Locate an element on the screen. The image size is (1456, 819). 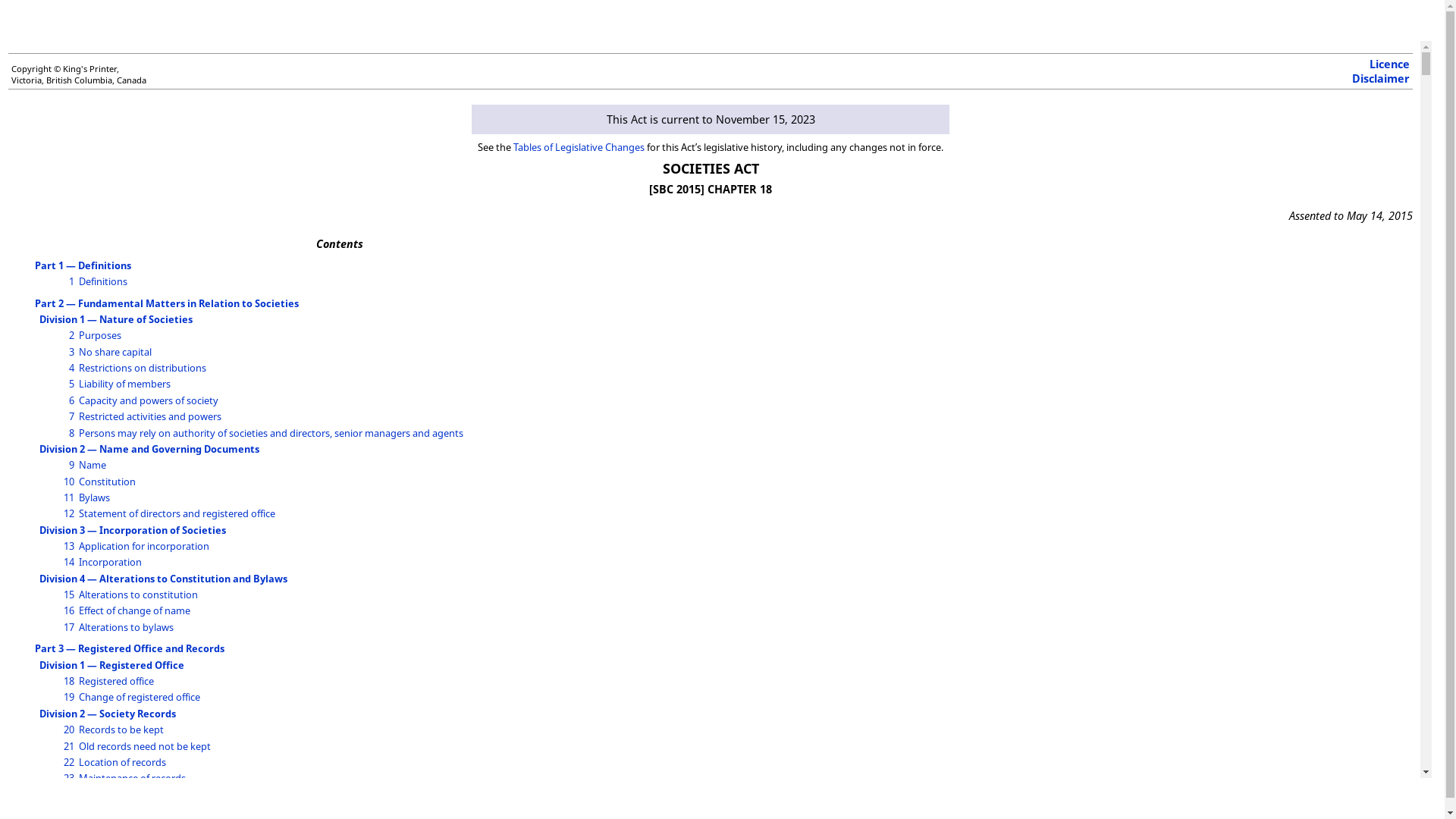
'2' is located at coordinates (71, 334).